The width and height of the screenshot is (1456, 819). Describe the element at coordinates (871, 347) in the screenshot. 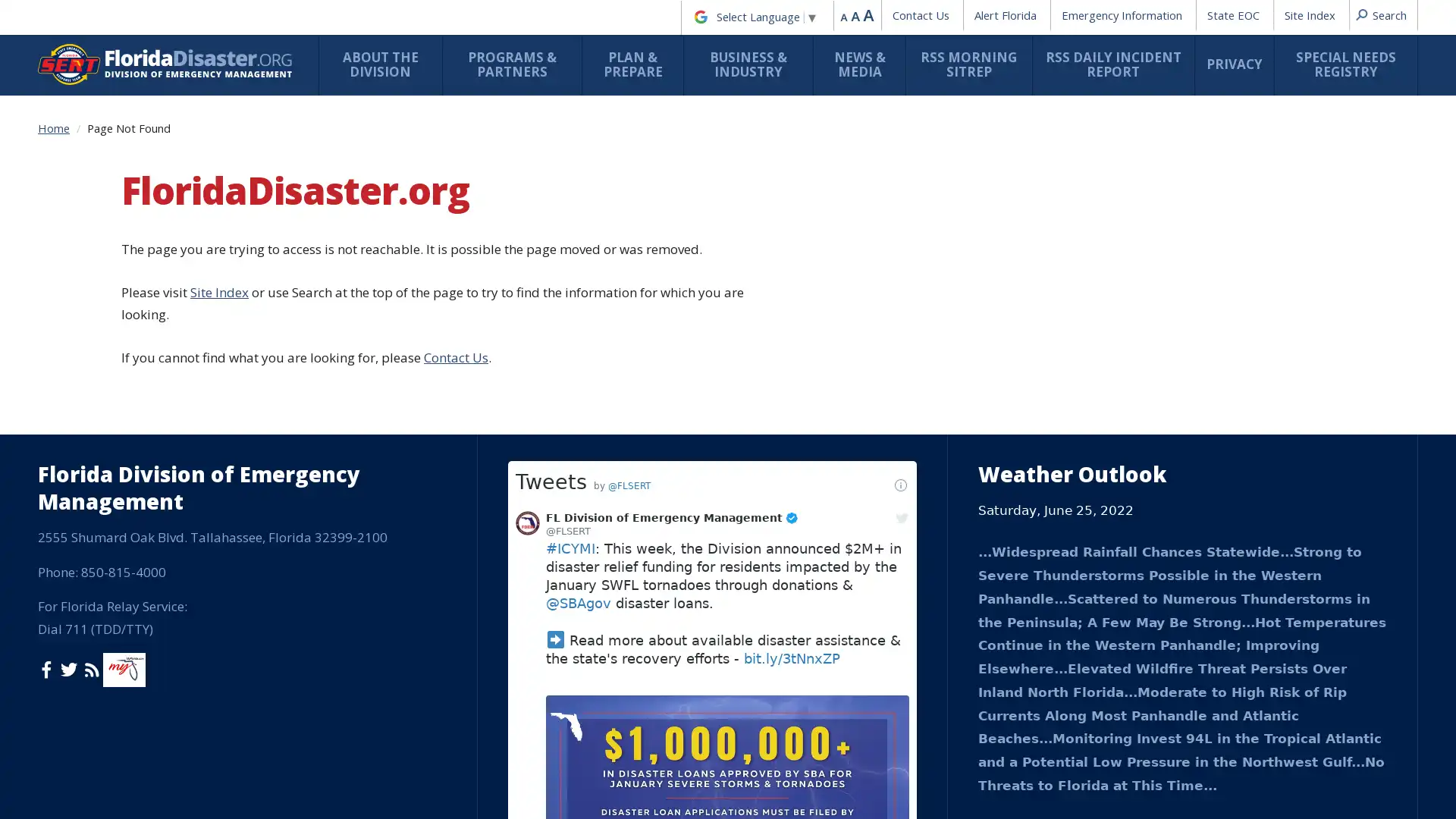

I see `Toggle More` at that location.